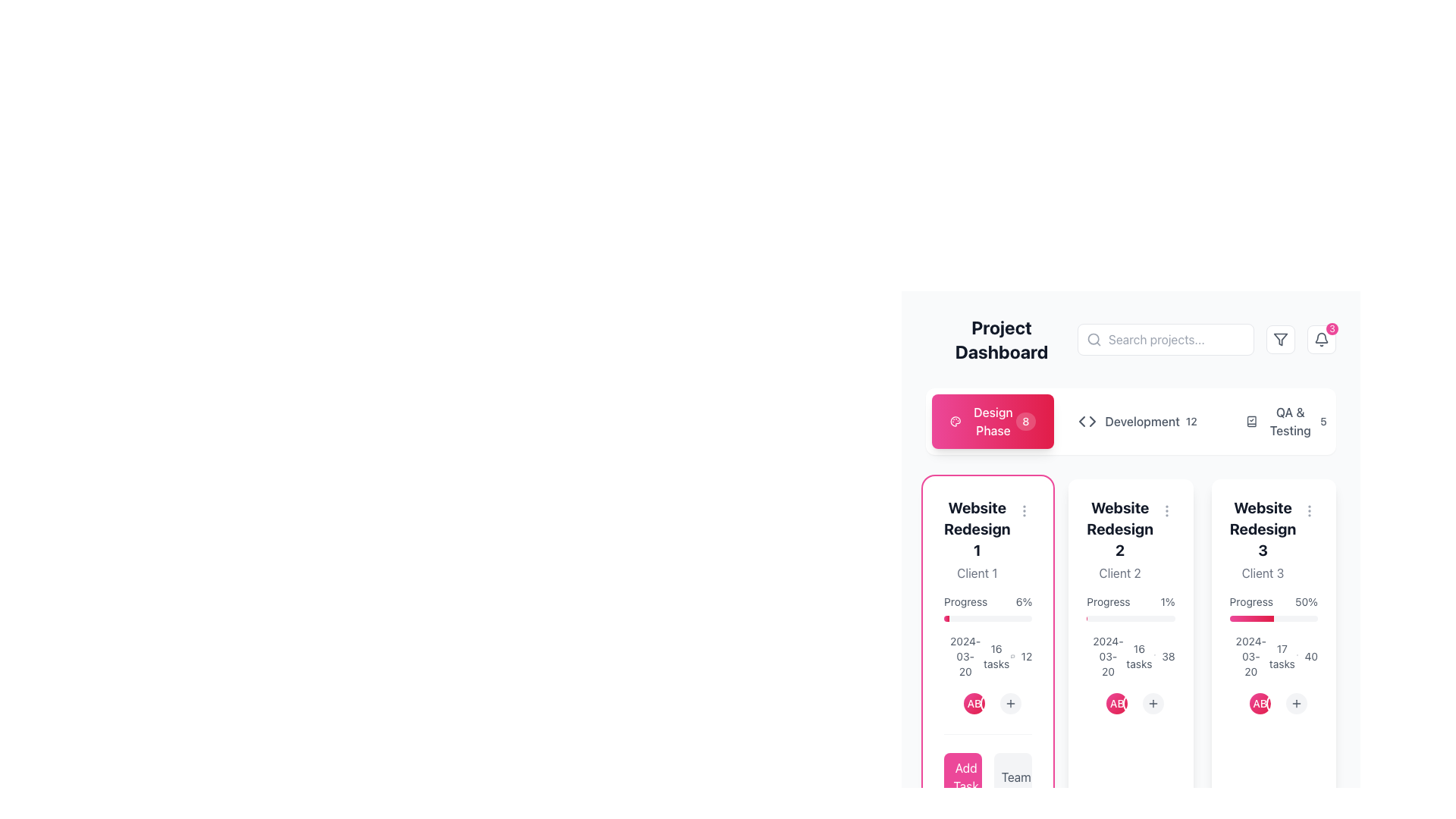 This screenshot has width=1456, height=819. Describe the element at coordinates (1320, 338) in the screenshot. I see `the Notification Icon, located in the top-right portion of the interface` at that location.